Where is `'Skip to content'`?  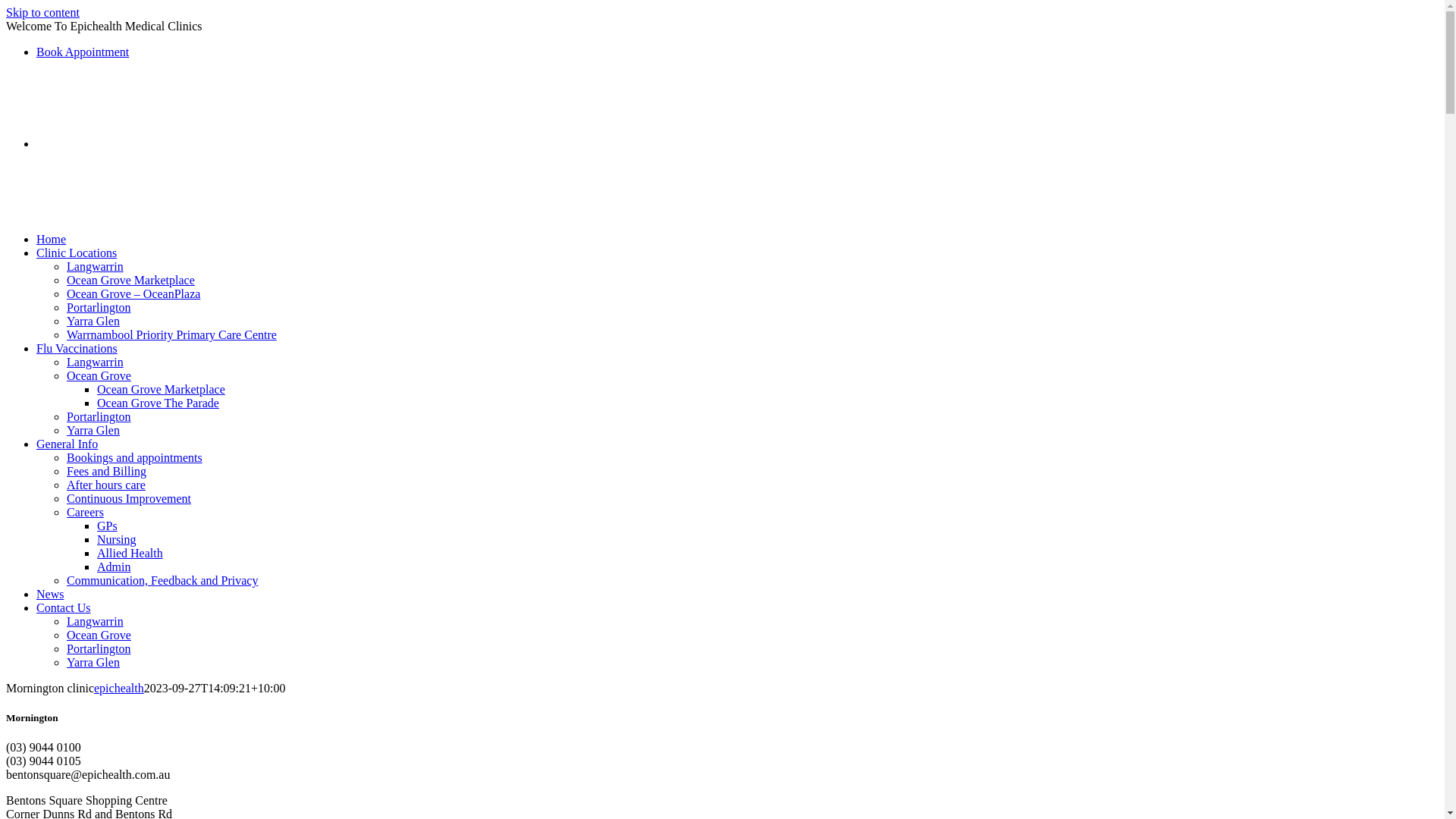
'Skip to content' is located at coordinates (42, 12).